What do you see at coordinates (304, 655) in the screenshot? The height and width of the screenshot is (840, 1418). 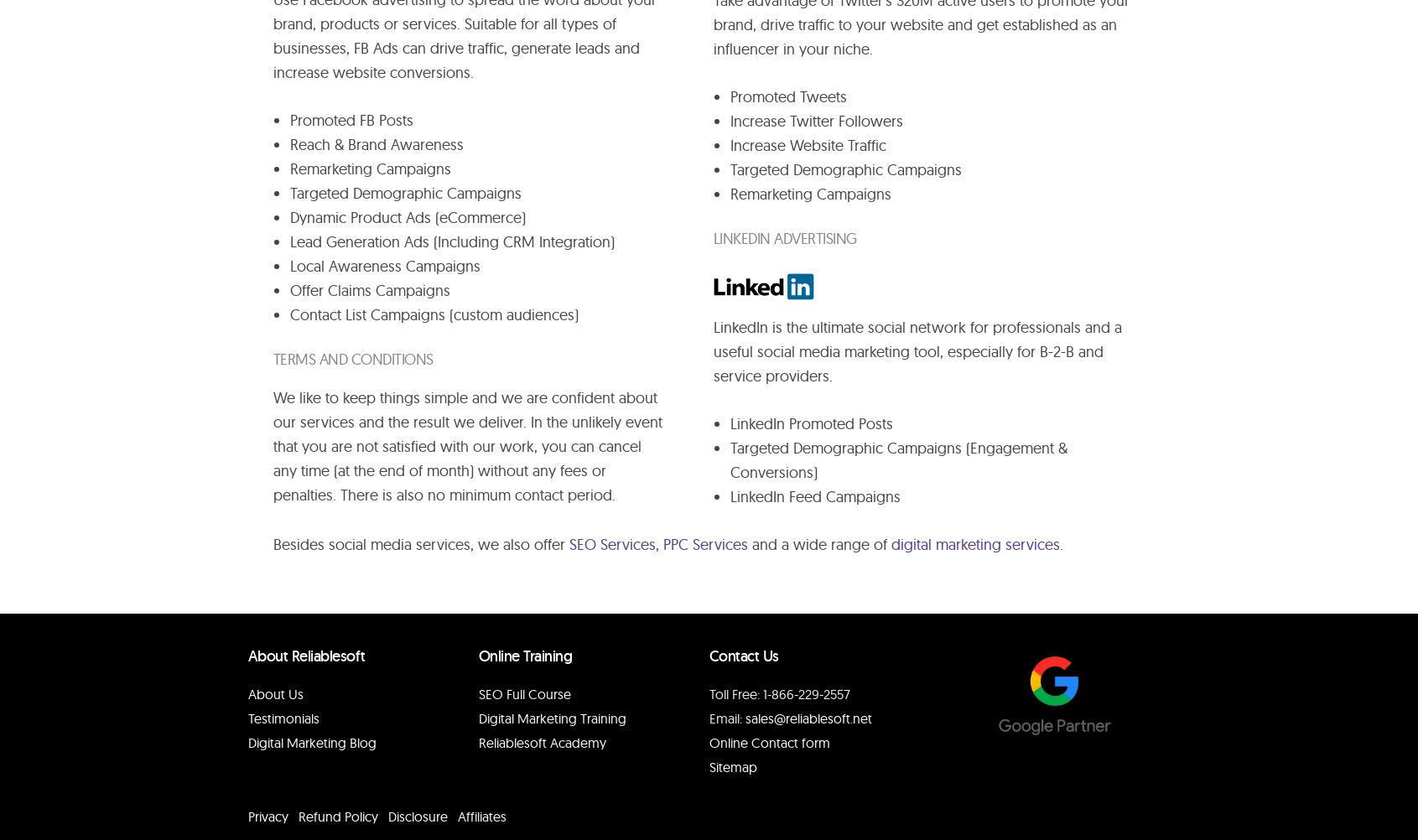 I see `'About Reliablesoft'` at bounding box center [304, 655].